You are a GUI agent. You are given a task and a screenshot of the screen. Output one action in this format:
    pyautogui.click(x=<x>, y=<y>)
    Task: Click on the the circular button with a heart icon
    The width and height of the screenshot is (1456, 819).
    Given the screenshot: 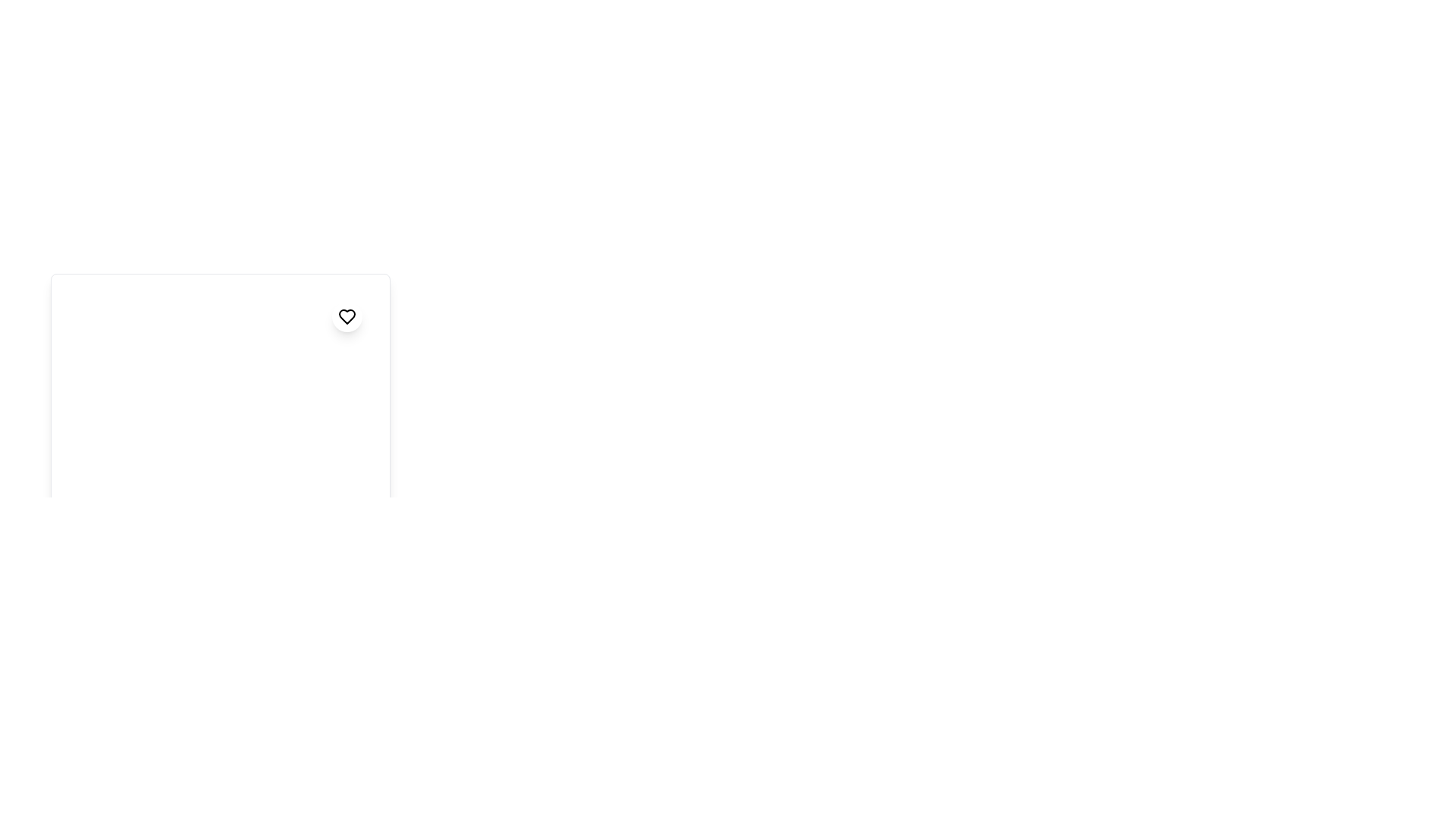 What is the action you would take?
    pyautogui.click(x=346, y=315)
    